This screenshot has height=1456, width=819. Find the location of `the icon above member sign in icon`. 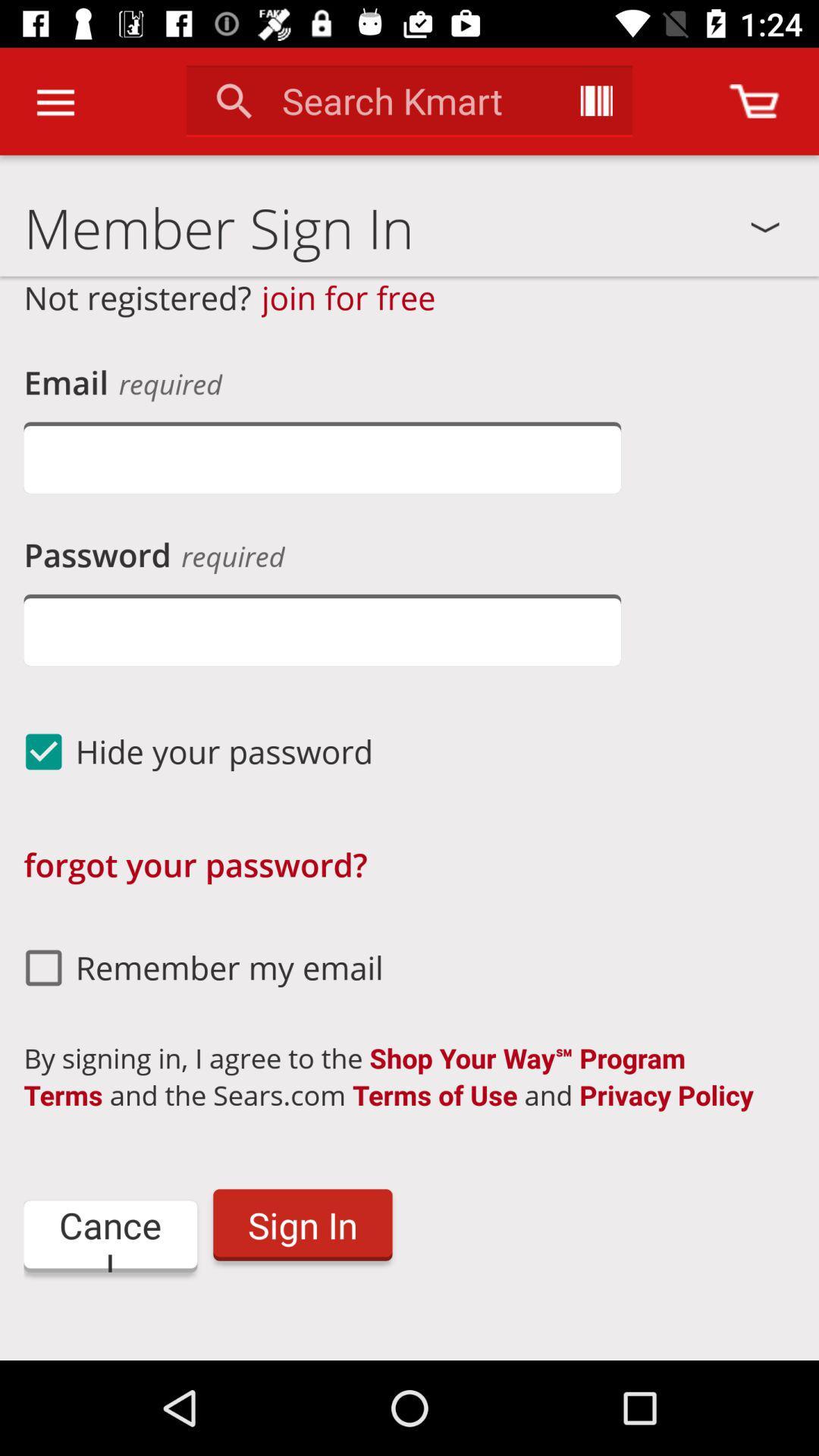

the icon above member sign in icon is located at coordinates (55, 101).